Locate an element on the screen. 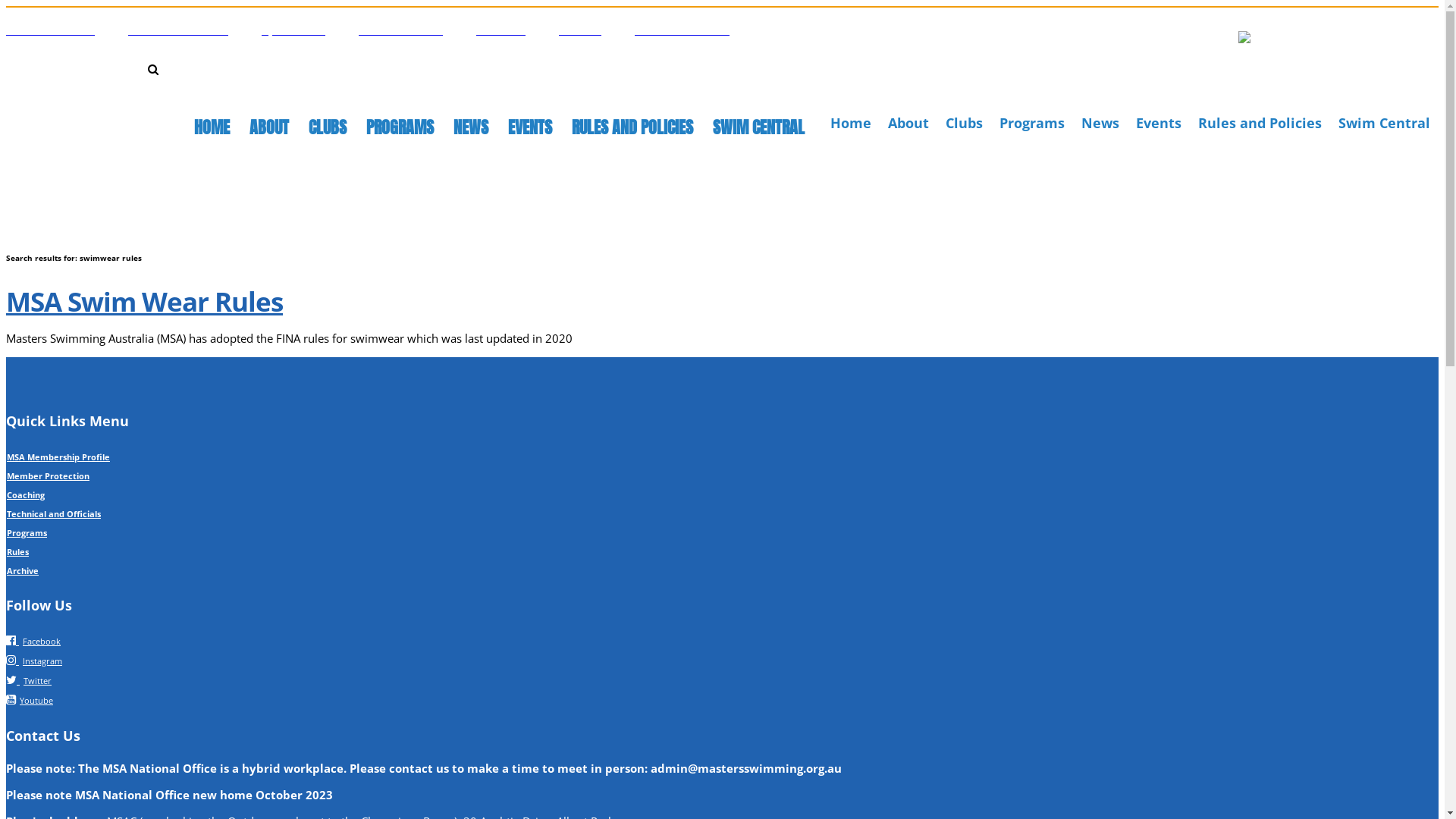 The width and height of the screenshot is (1456, 819). 'RULES AND POLICIES' is located at coordinates (570, 126).